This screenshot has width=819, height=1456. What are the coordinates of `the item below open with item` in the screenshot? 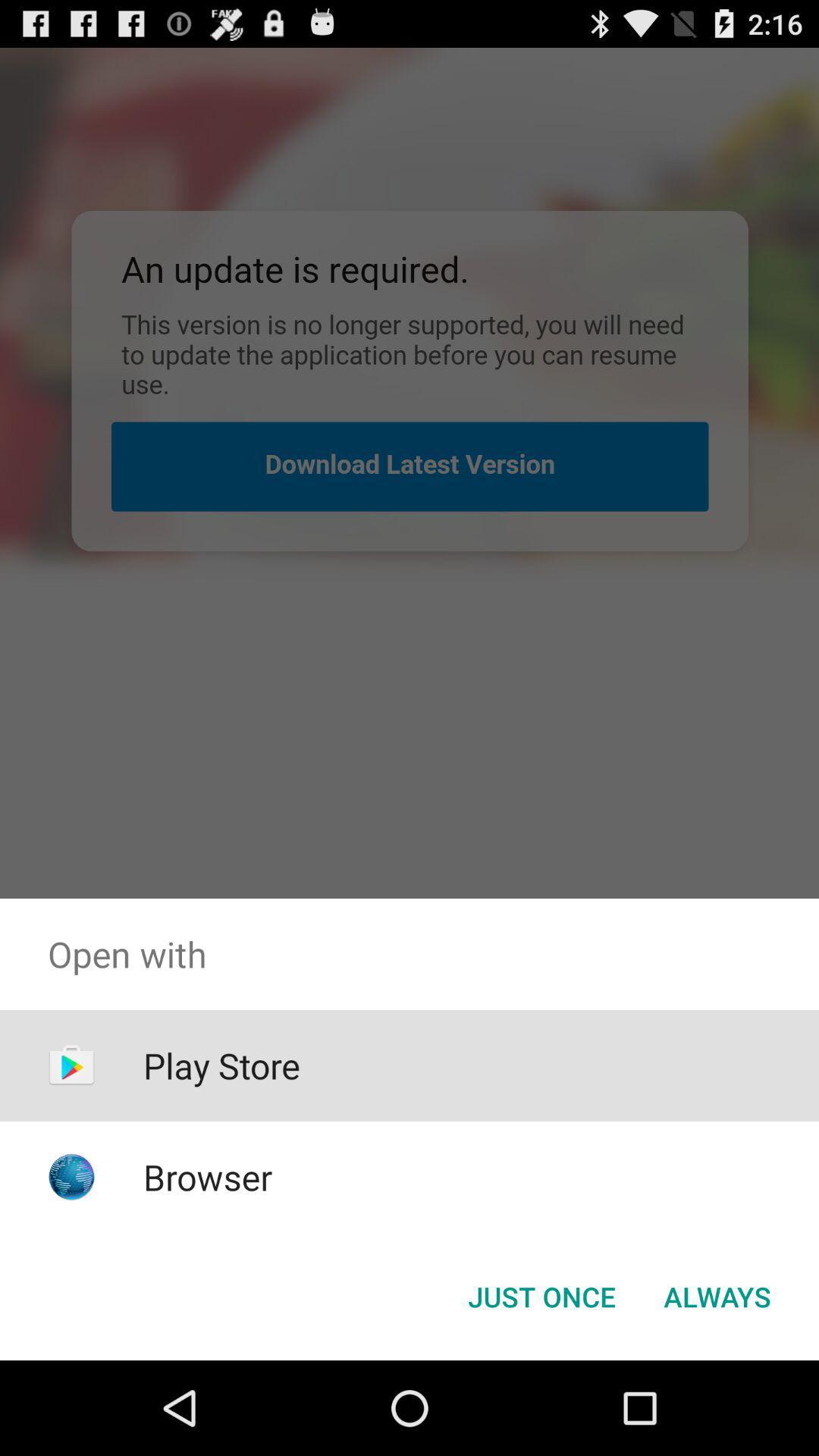 It's located at (221, 1065).